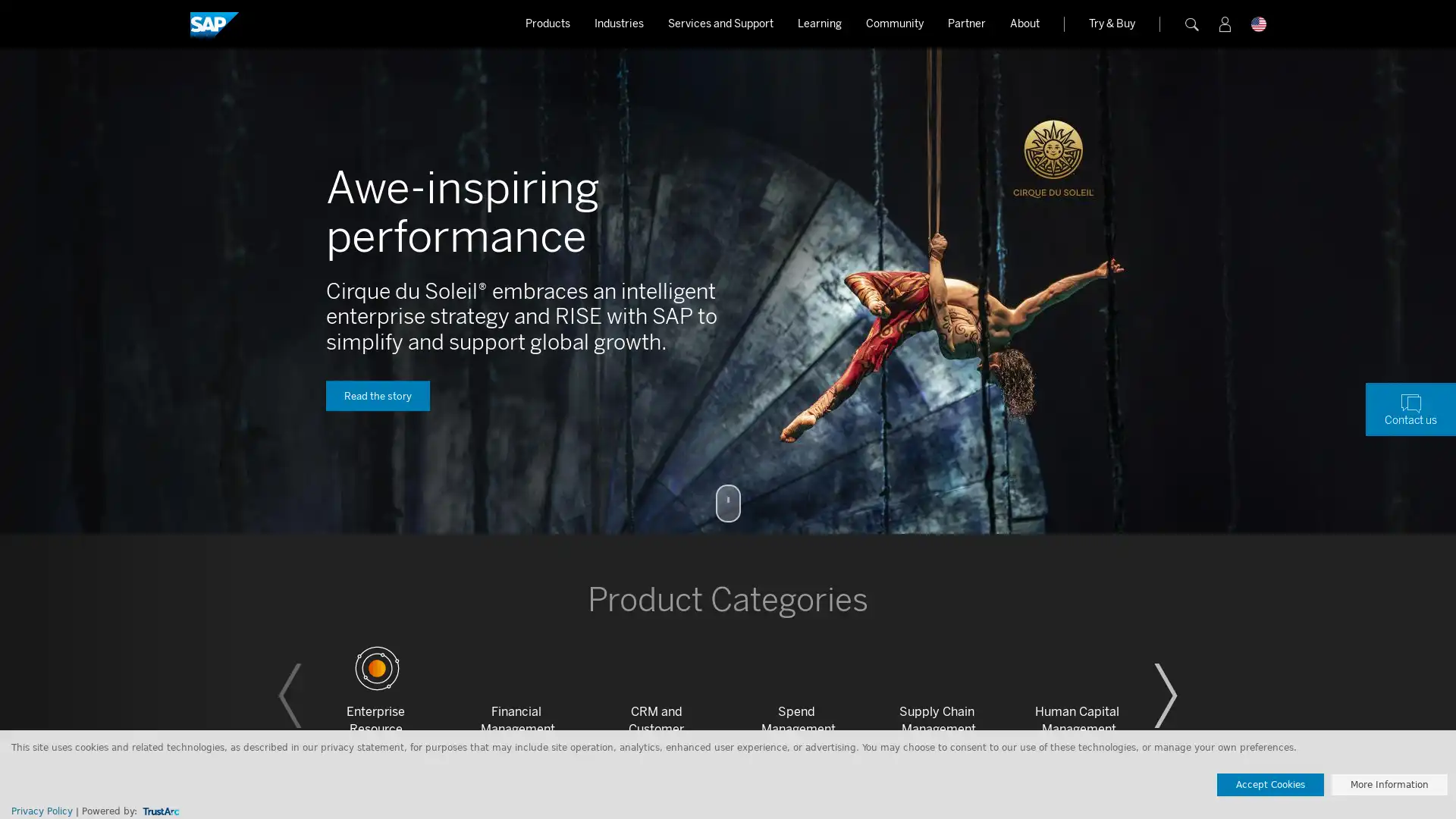 Image resolution: width=1456 pixels, height=819 pixels. Describe the element at coordinates (1270, 784) in the screenshot. I see `Accept Cookies` at that location.